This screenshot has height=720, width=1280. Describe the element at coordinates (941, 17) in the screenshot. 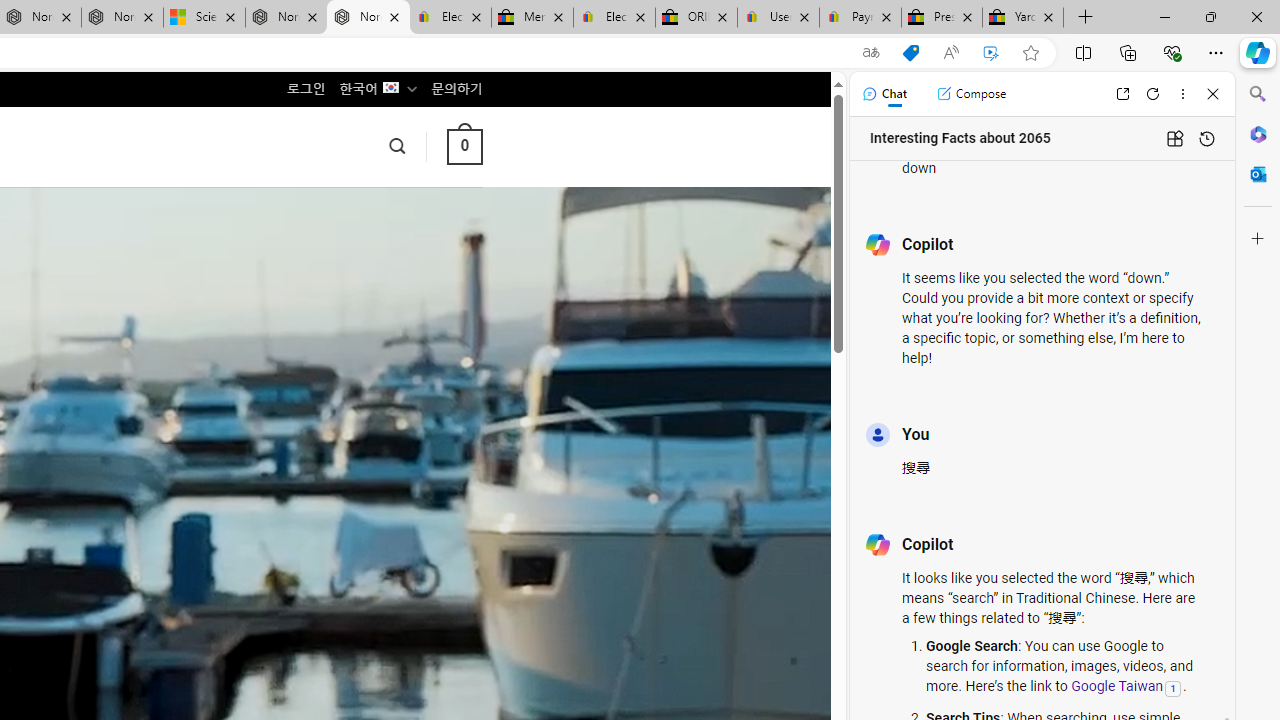

I see `'Press Room - eBay Inc.'` at that location.